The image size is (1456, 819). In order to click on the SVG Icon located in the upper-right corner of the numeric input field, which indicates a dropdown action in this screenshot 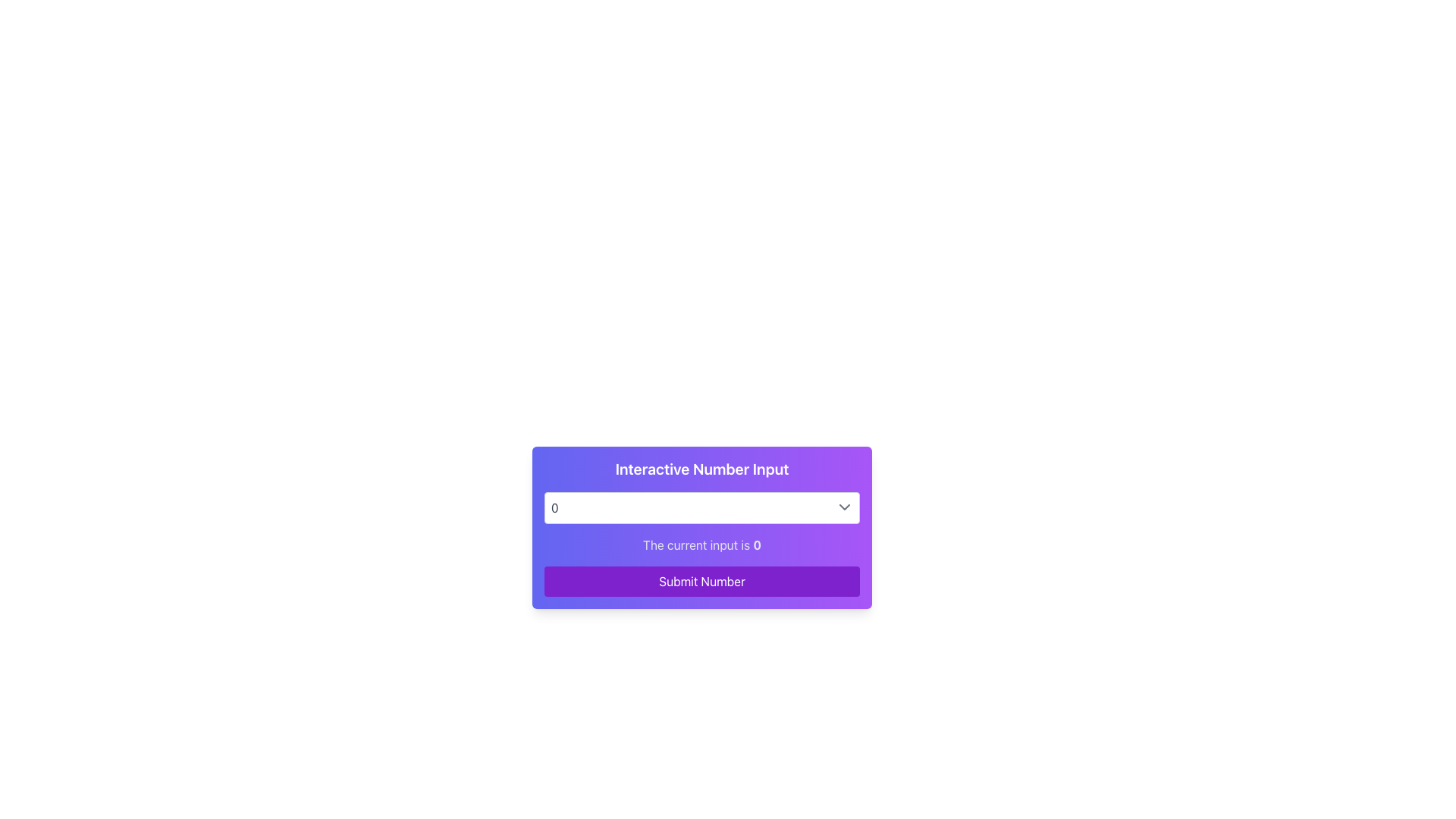, I will do `click(843, 507)`.